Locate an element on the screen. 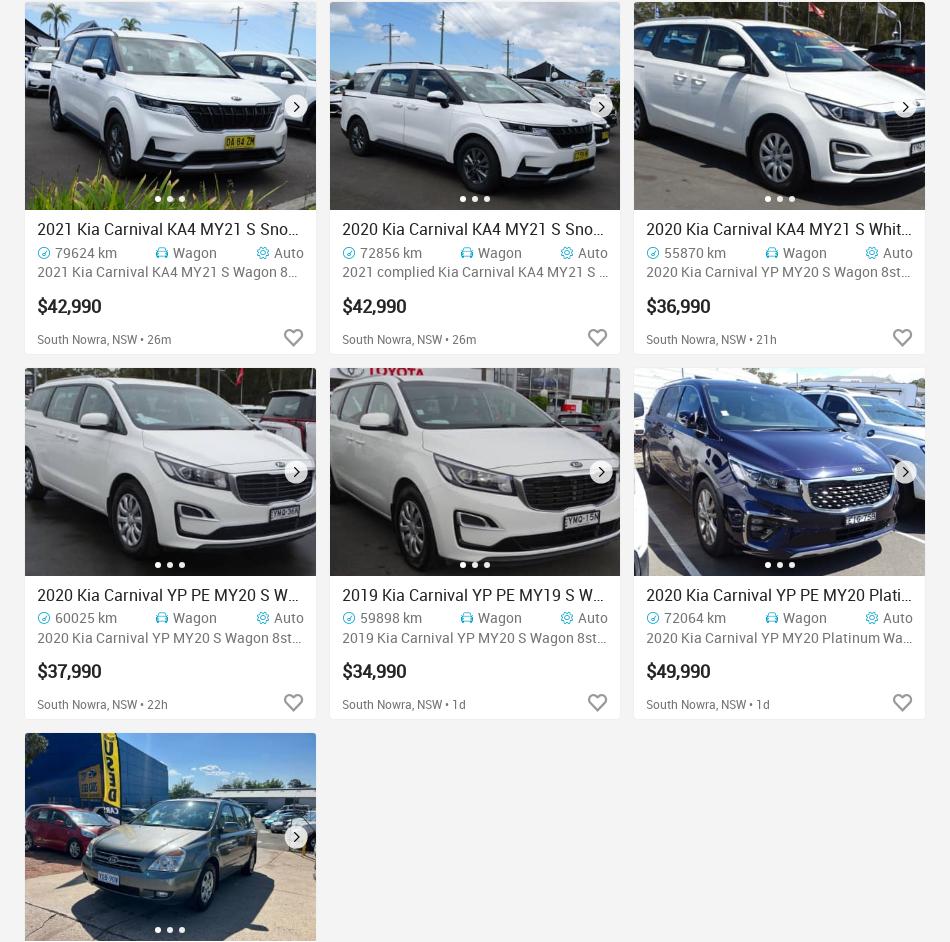  '2020 Kia Carnival YP PE MY20 S White 8 Speed Automatic Wagon' is located at coordinates (270, 594).